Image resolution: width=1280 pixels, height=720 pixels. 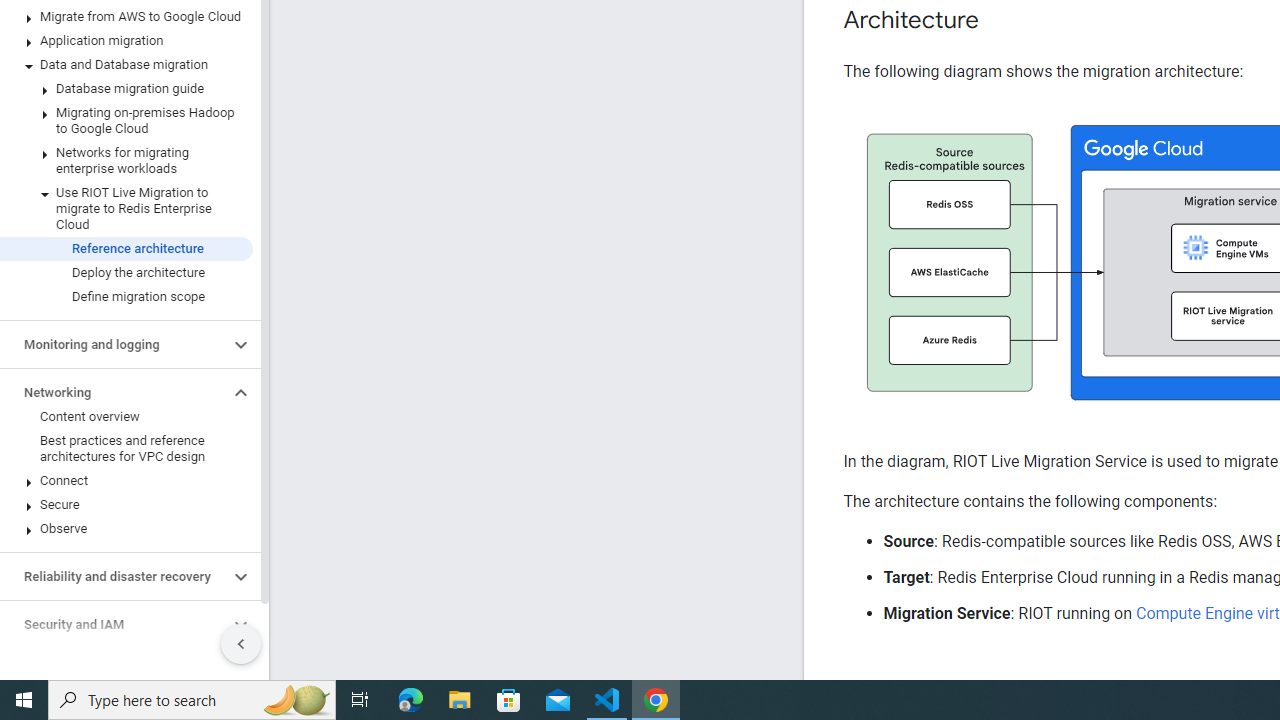 What do you see at coordinates (125, 16) in the screenshot?
I see `'Migrate from AWS to Google Cloud'` at bounding box center [125, 16].